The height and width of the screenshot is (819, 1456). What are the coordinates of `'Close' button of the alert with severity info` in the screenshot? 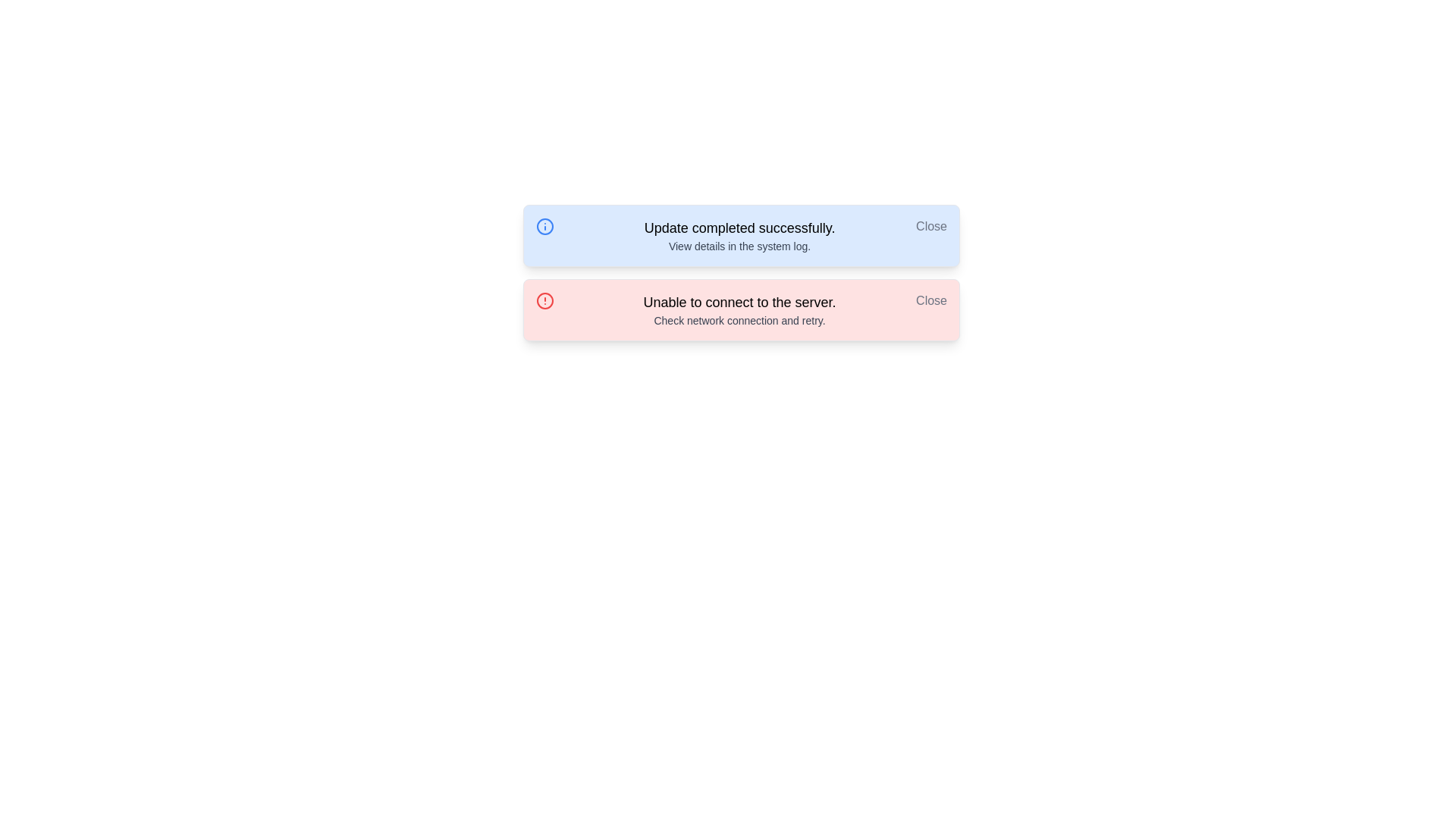 It's located at (930, 227).